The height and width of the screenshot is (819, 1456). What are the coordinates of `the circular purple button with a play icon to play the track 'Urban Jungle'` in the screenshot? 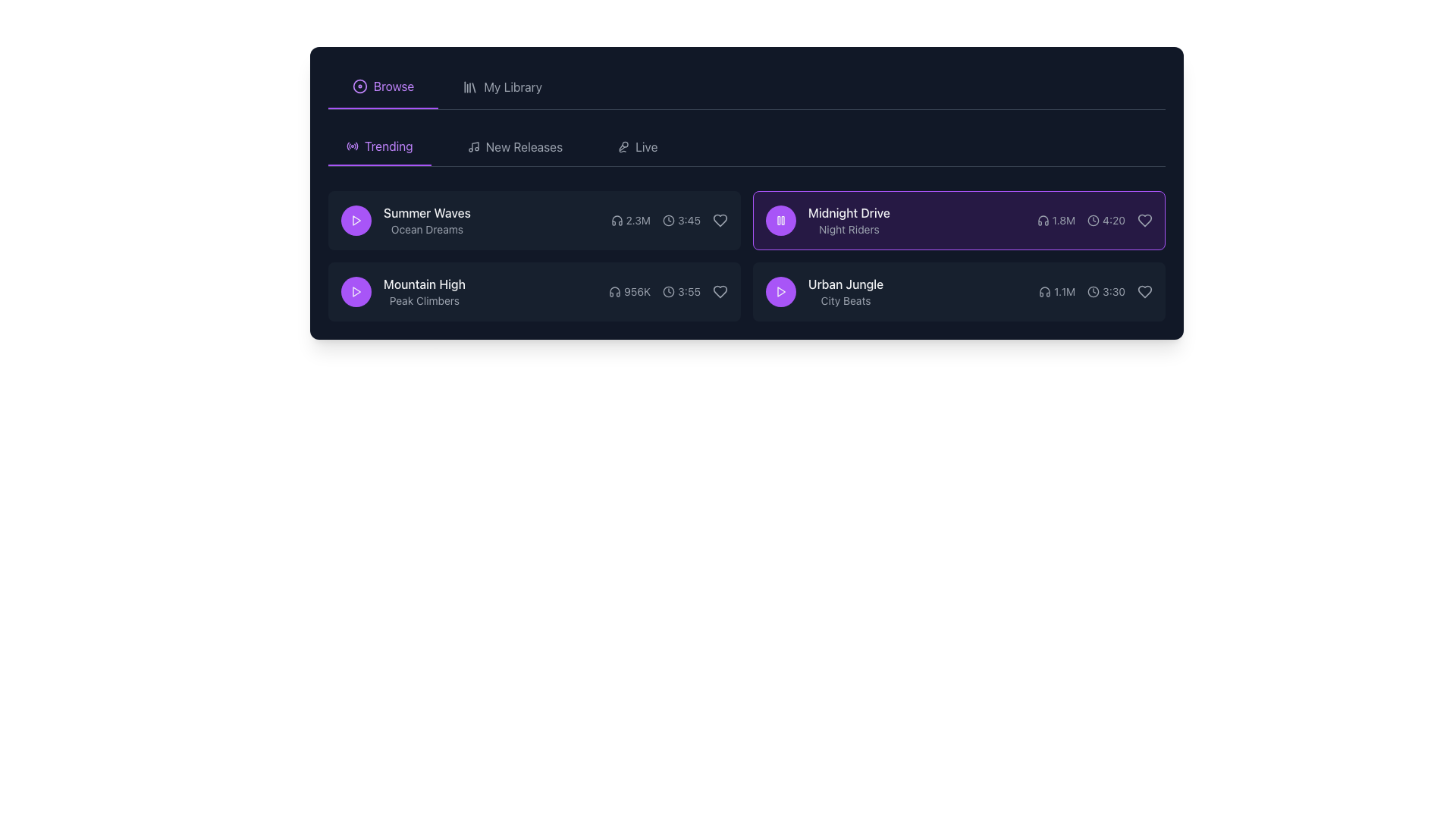 It's located at (781, 292).